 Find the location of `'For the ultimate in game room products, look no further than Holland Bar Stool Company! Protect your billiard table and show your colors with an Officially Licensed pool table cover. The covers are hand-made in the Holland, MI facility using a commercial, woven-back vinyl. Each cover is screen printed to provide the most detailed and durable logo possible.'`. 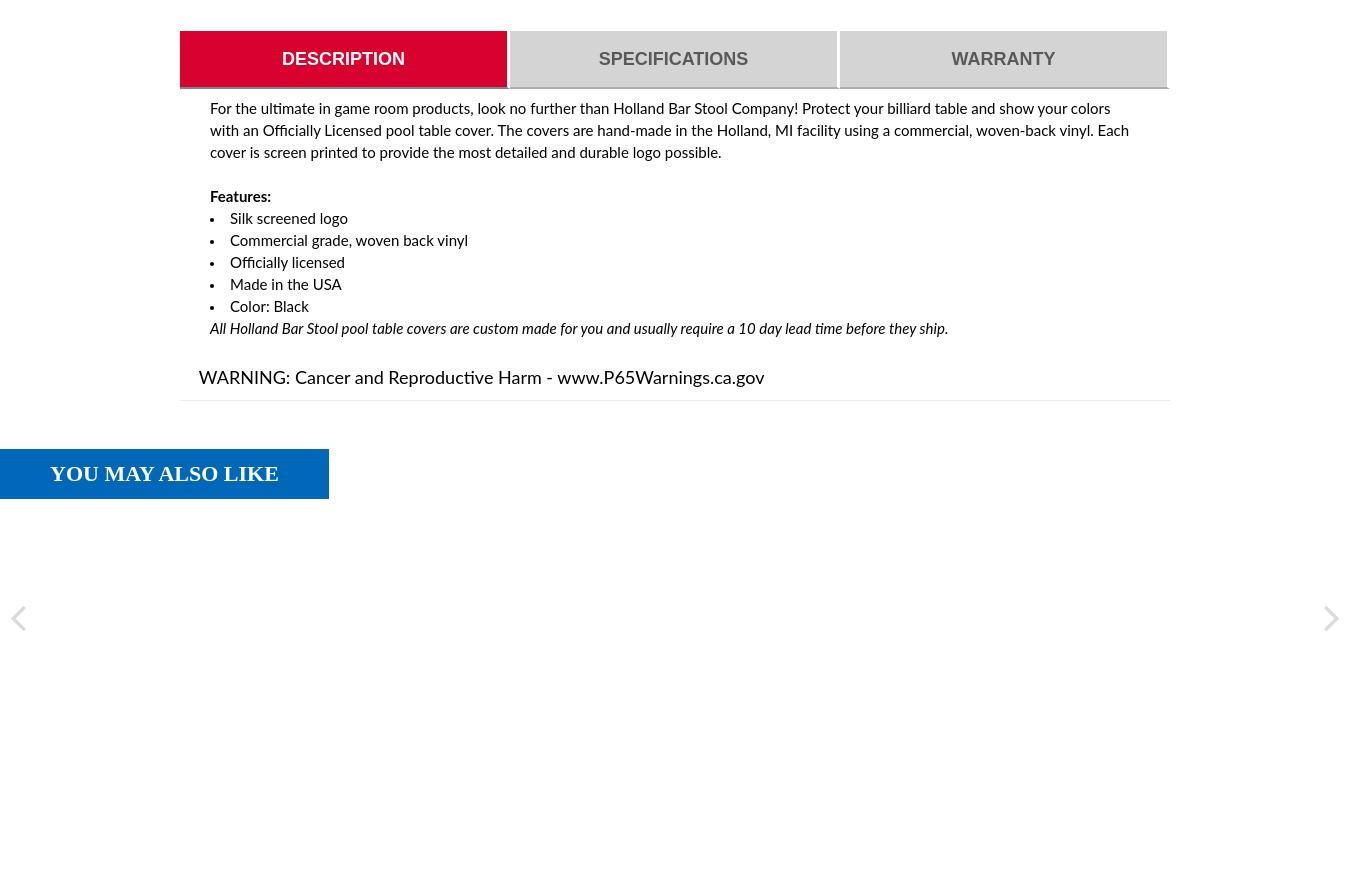

'For the ultimate in game room products, look no further than Holland Bar Stool Company! Protect your billiard table and show your colors with an Officially Licensed pool table cover. The covers are hand-made in the Holland, MI facility using a commercial, woven-back vinyl. Each cover is screen printed to provide the most detailed and durable logo possible.' is located at coordinates (669, 130).